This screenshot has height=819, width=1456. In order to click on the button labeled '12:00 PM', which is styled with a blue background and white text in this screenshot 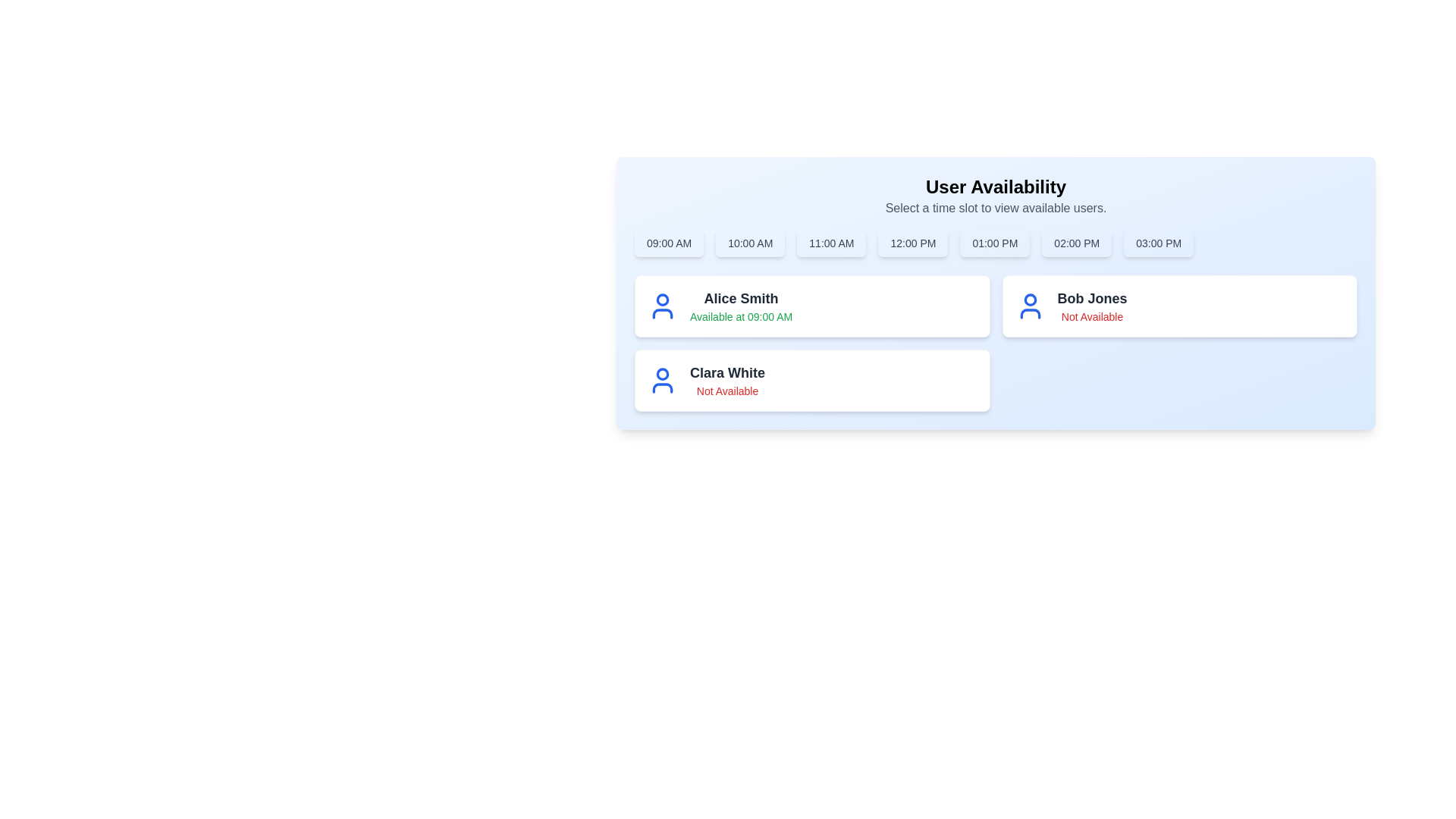, I will do `click(912, 242)`.